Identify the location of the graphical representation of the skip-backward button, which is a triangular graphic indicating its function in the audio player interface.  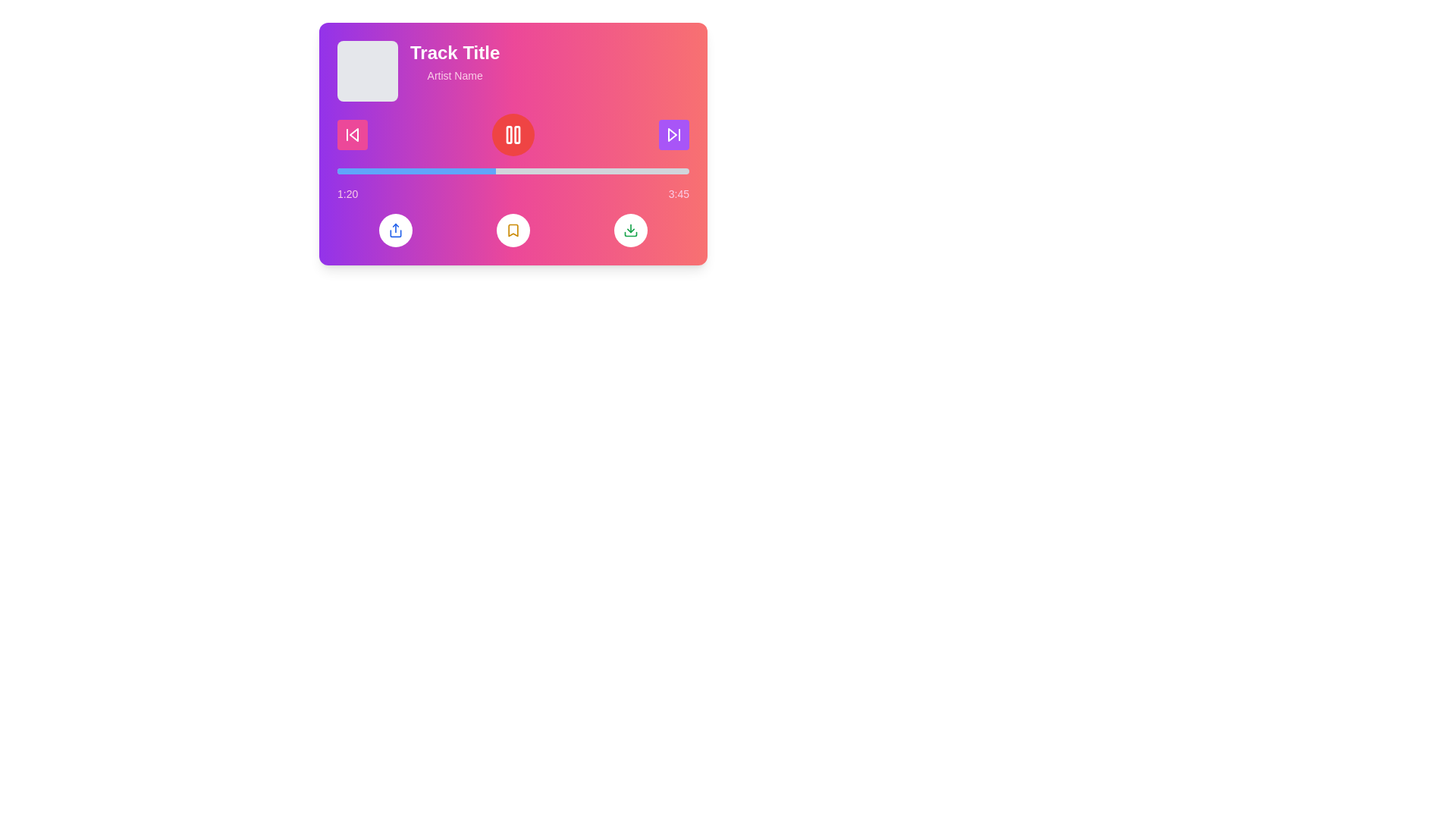
(353, 133).